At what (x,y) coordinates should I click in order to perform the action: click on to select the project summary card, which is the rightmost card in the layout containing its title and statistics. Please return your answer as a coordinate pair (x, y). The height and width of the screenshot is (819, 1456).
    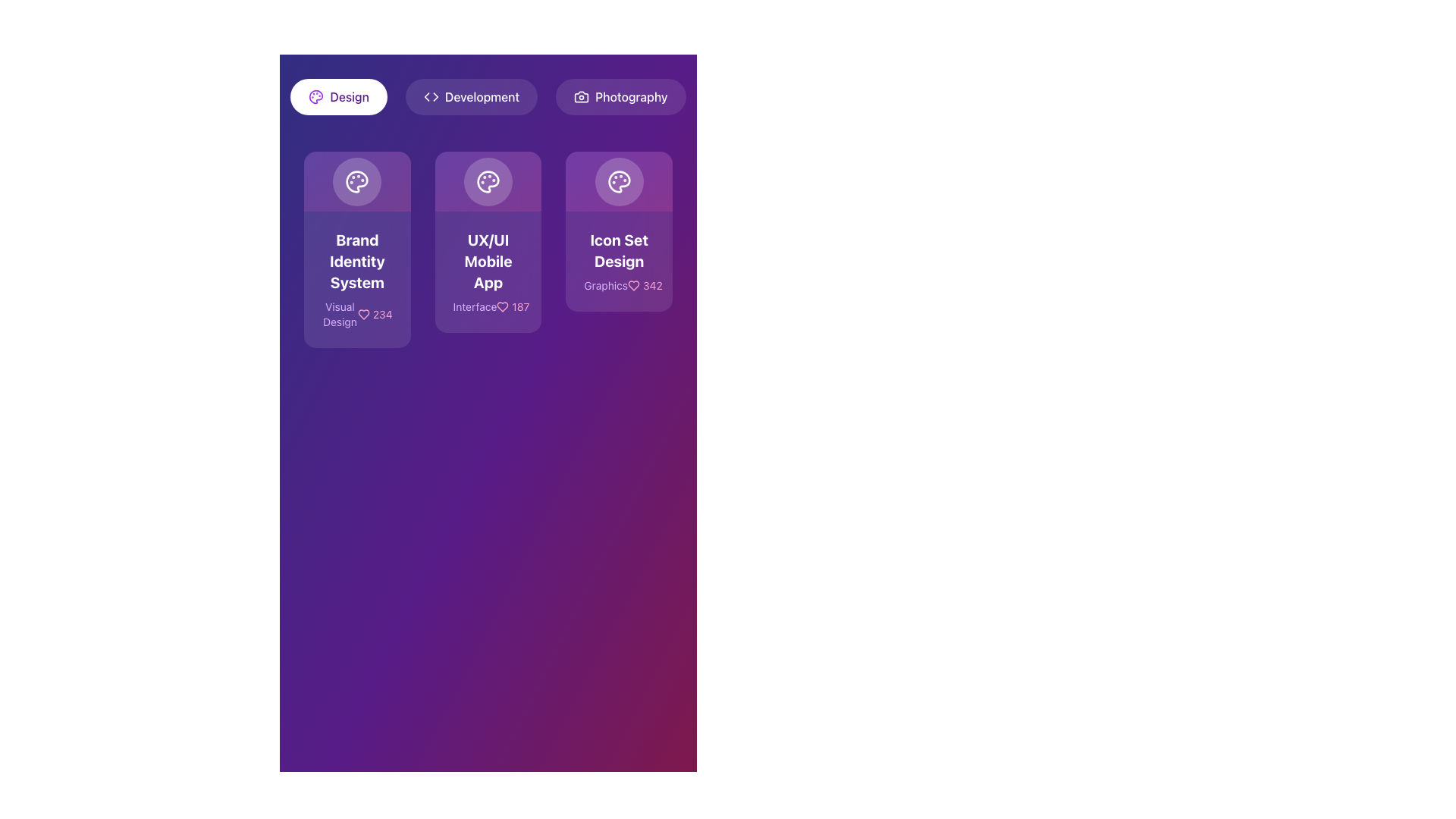
    Looking at the image, I should click on (619, 261).